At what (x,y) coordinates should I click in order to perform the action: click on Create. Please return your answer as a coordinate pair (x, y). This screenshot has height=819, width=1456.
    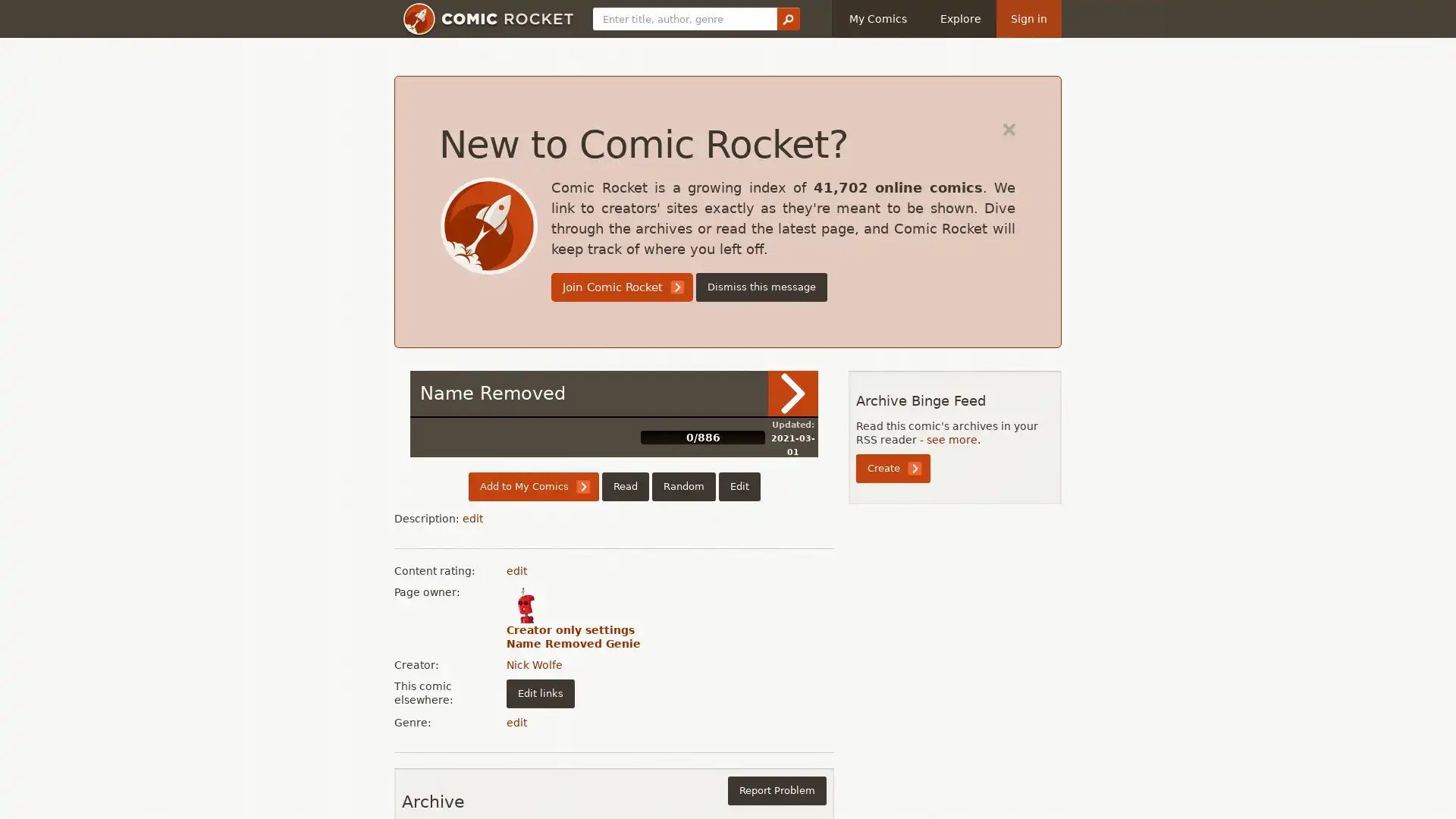
    Looking at the image, I should click on (893, 467).